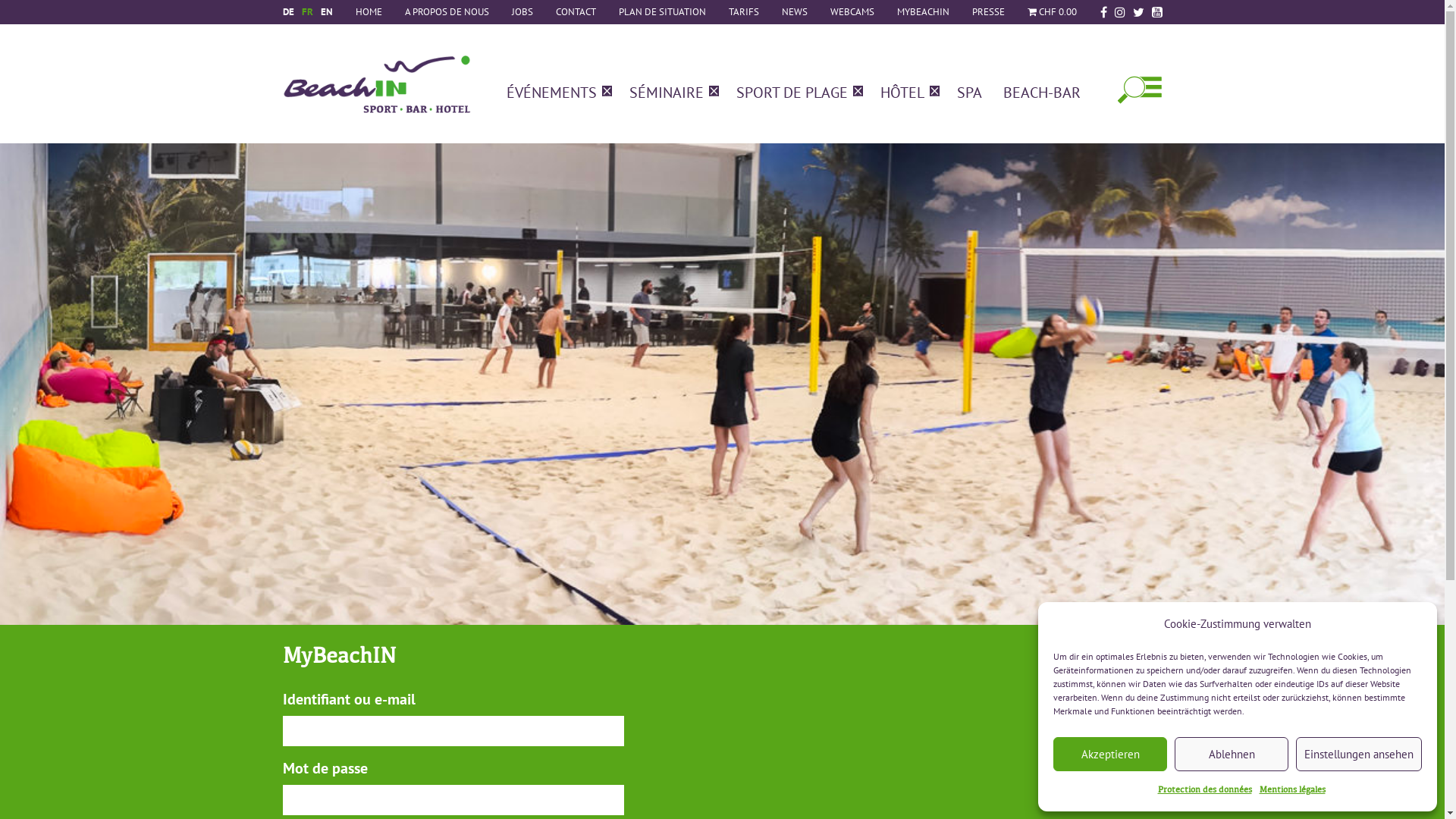 The image size is (1456, 819). What do you see at coordinates (1231, 754) in the screenshot?
I see `'Ablehnen'` at bounding box center [1231, 754].